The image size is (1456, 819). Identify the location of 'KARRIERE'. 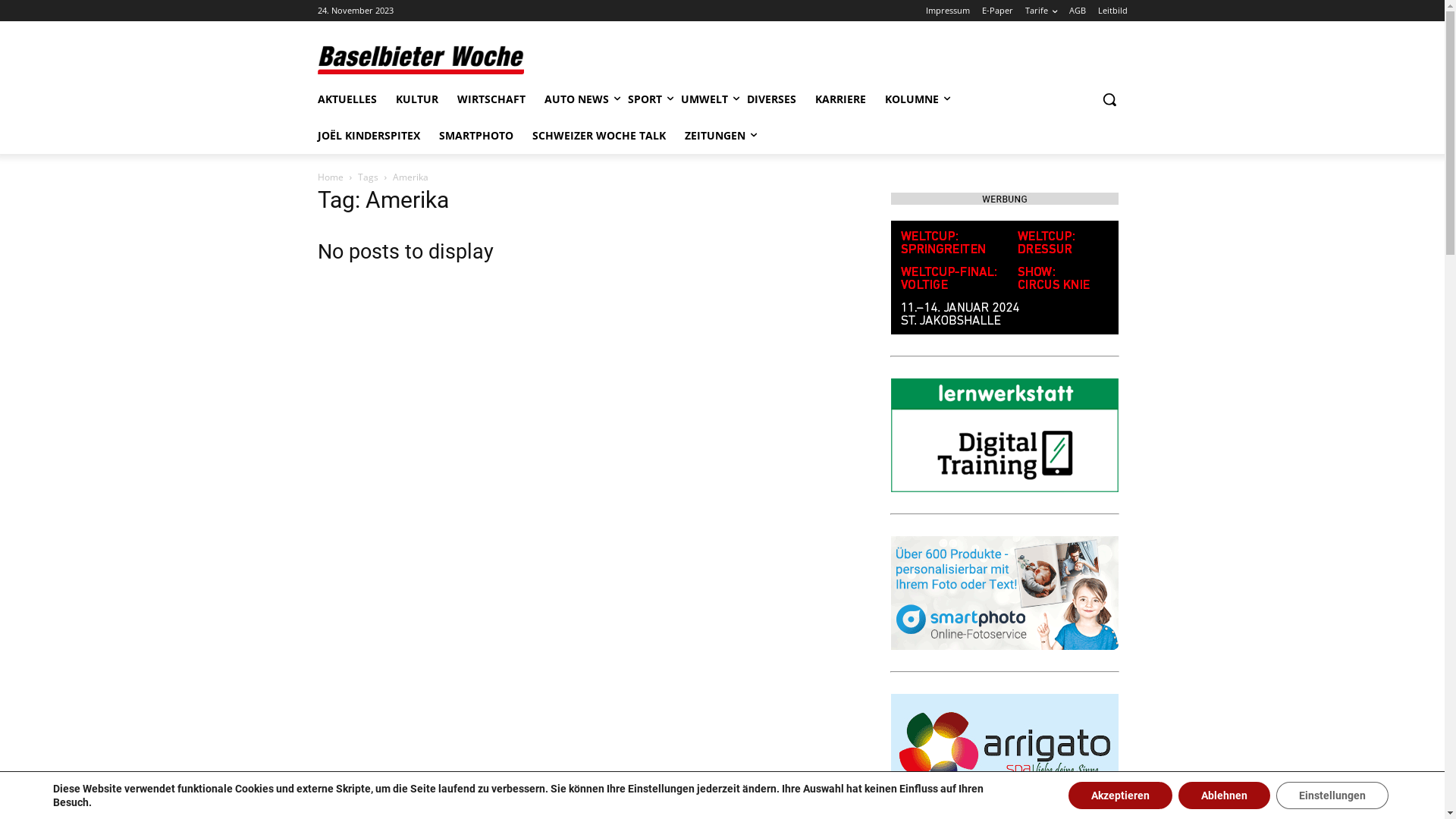
(814, 99).